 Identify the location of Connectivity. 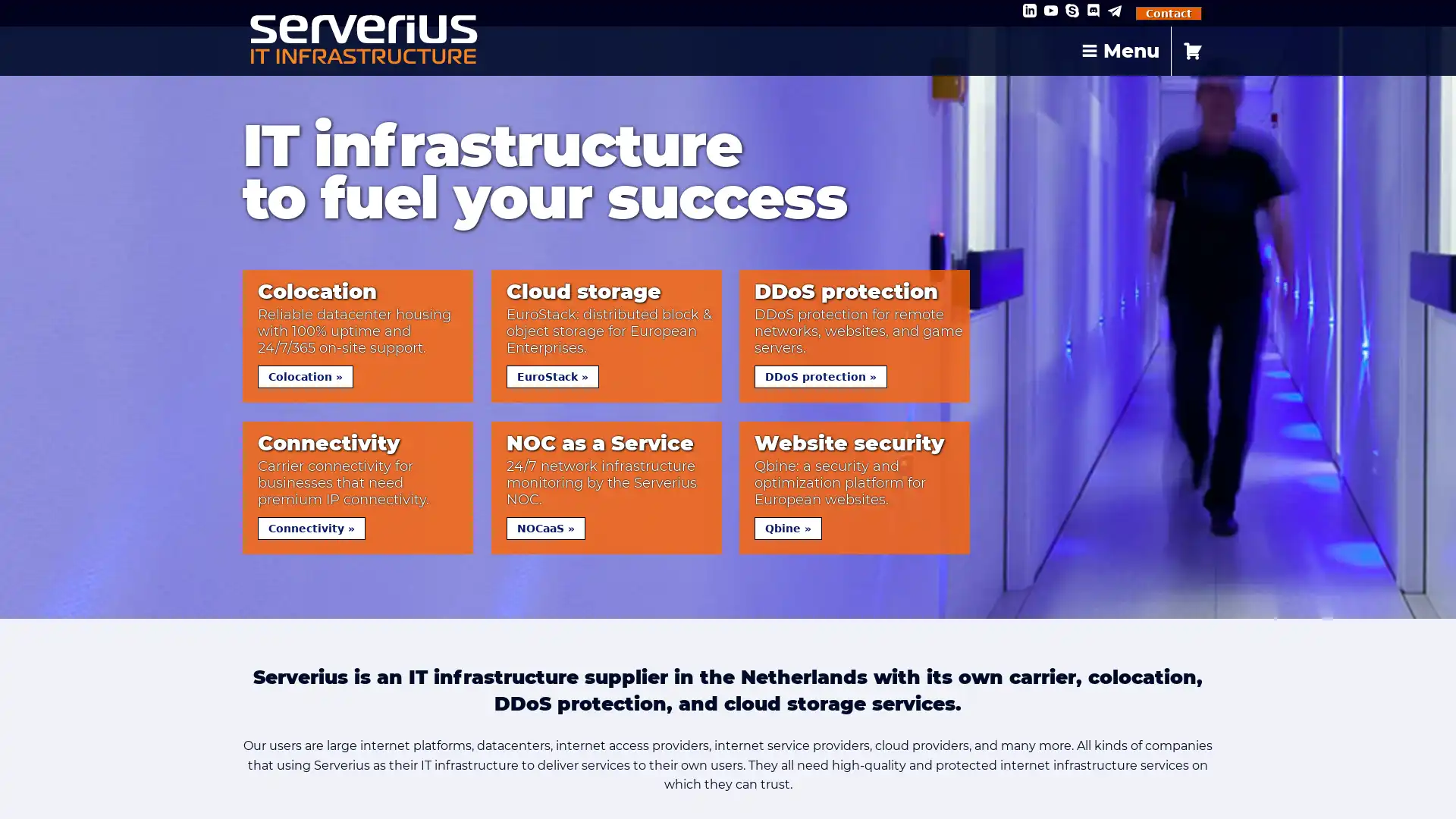
(311, 526).